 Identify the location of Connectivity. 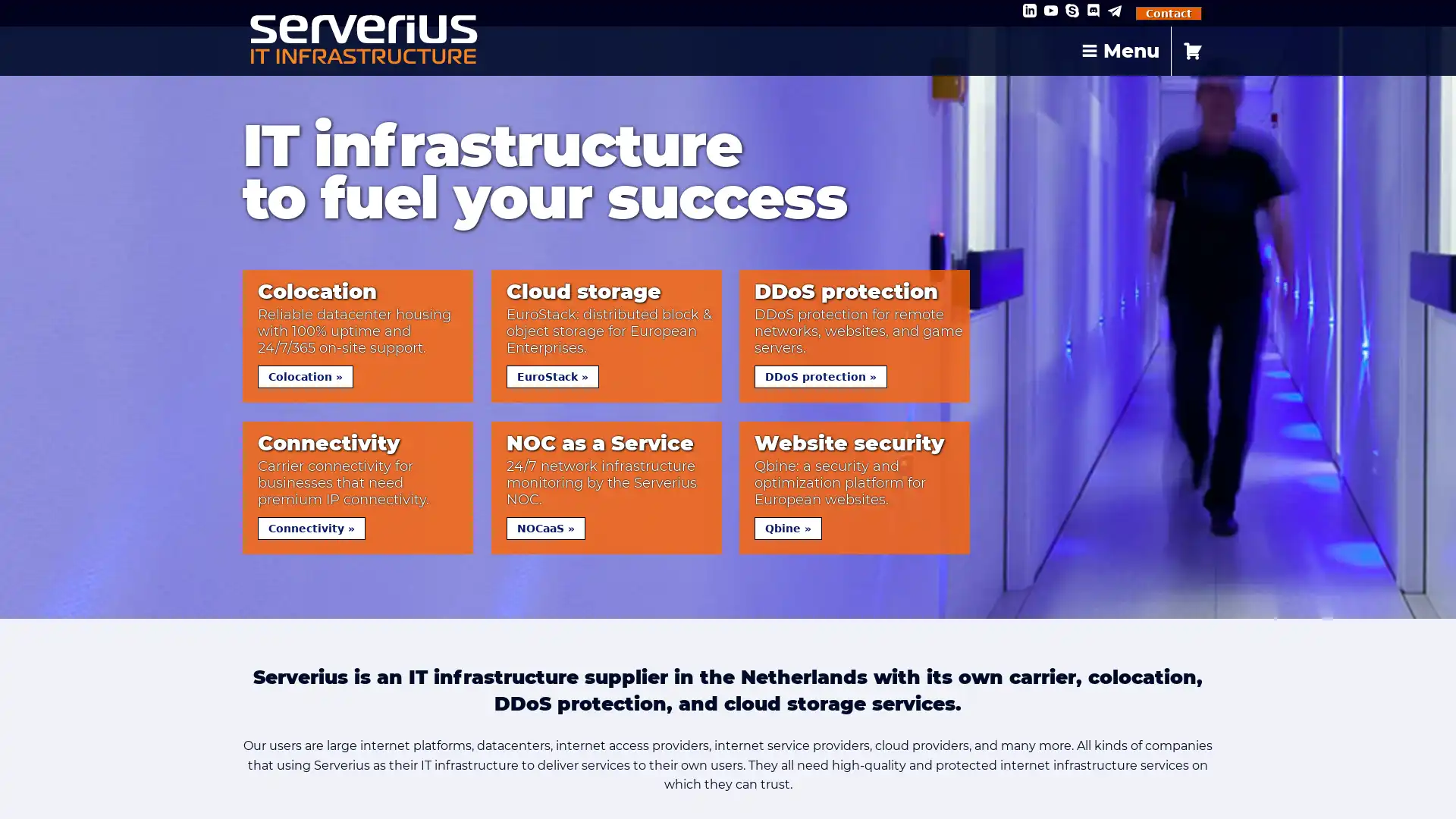
(311, 526).